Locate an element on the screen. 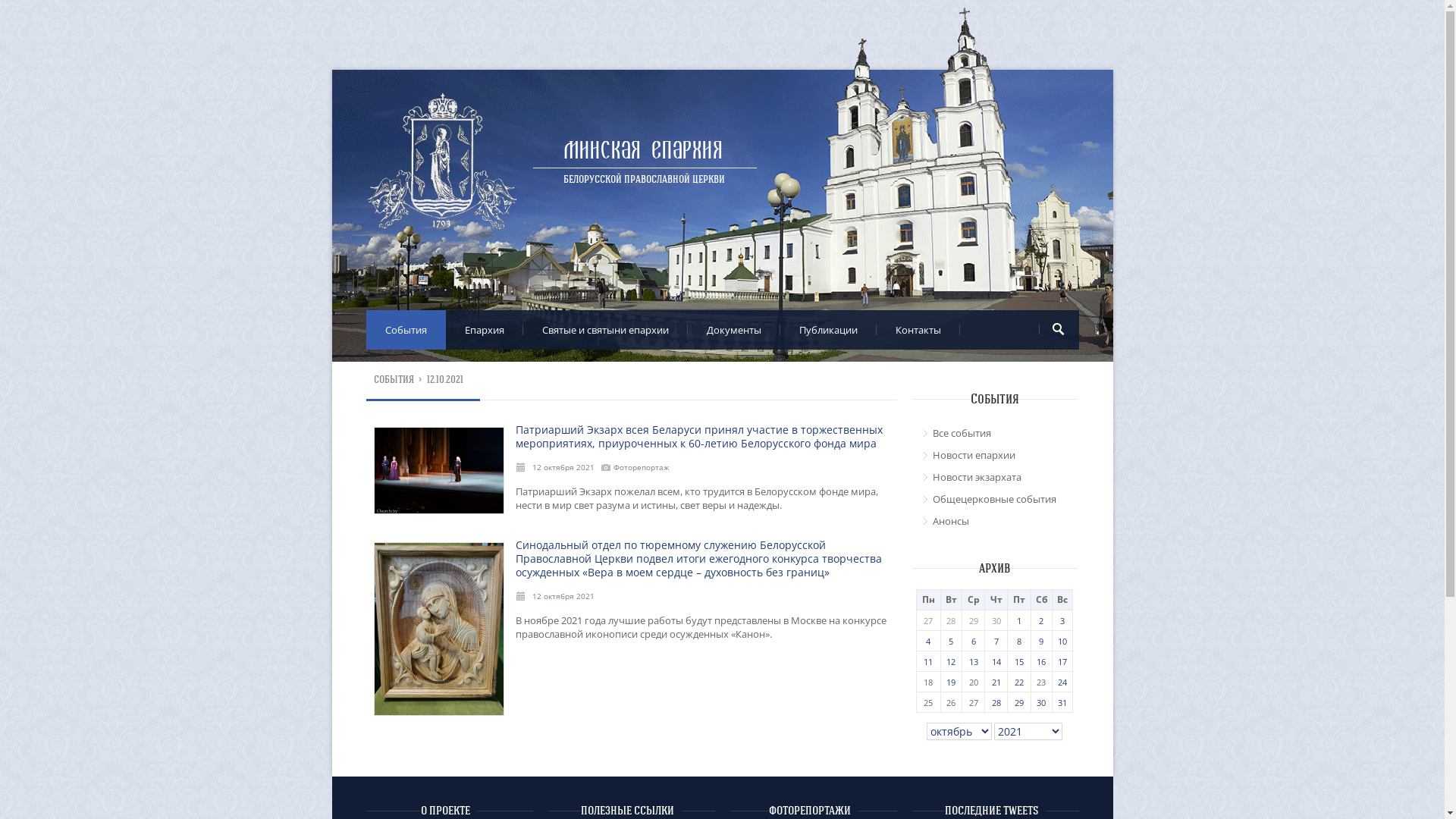  '9' is located at coordinates (1040, 641).